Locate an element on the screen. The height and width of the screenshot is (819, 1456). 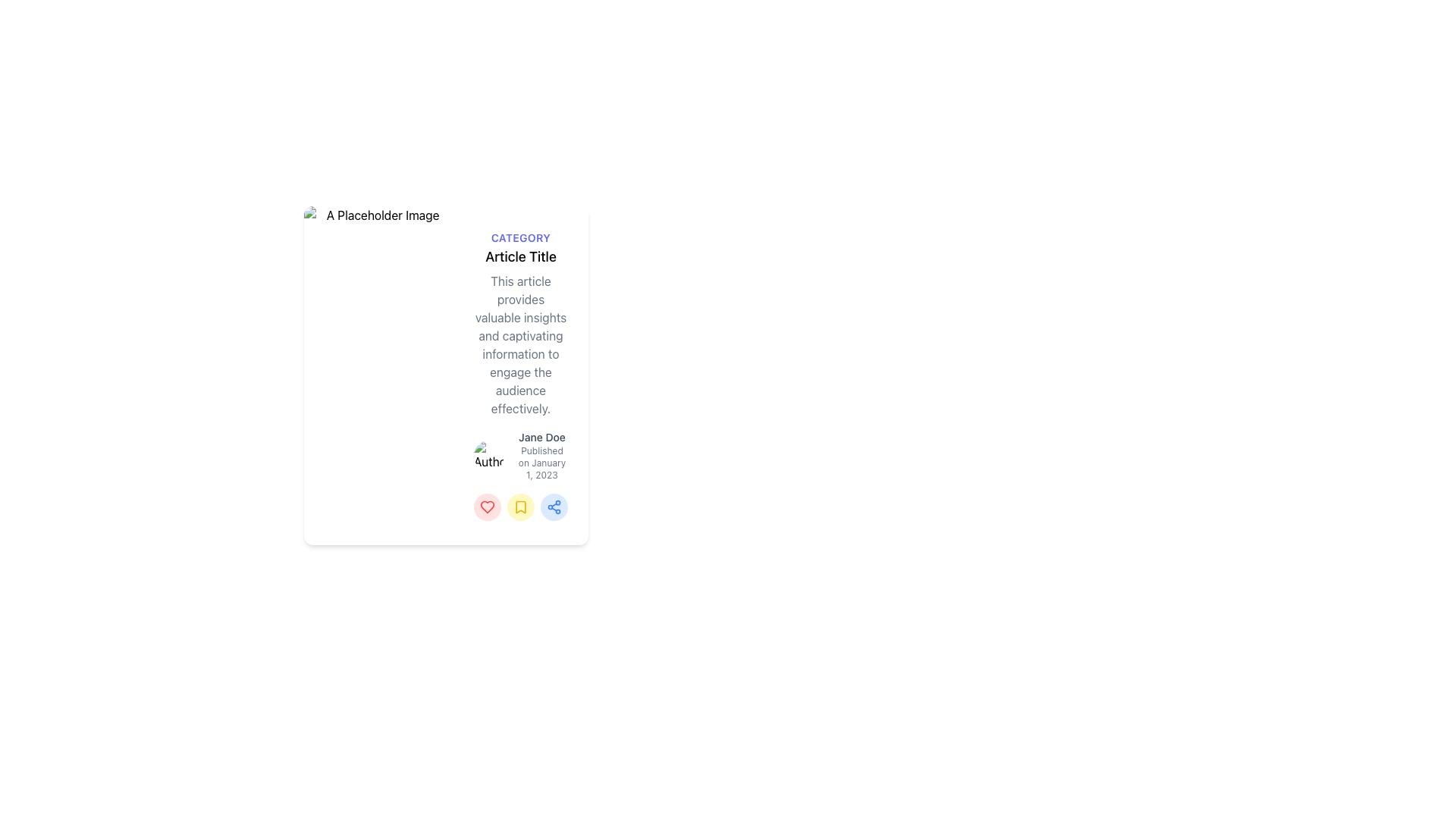
the 'Like' button located at the bottom of the article card, which is the first button in a row of three buttons is located at coordinates (488, 507).